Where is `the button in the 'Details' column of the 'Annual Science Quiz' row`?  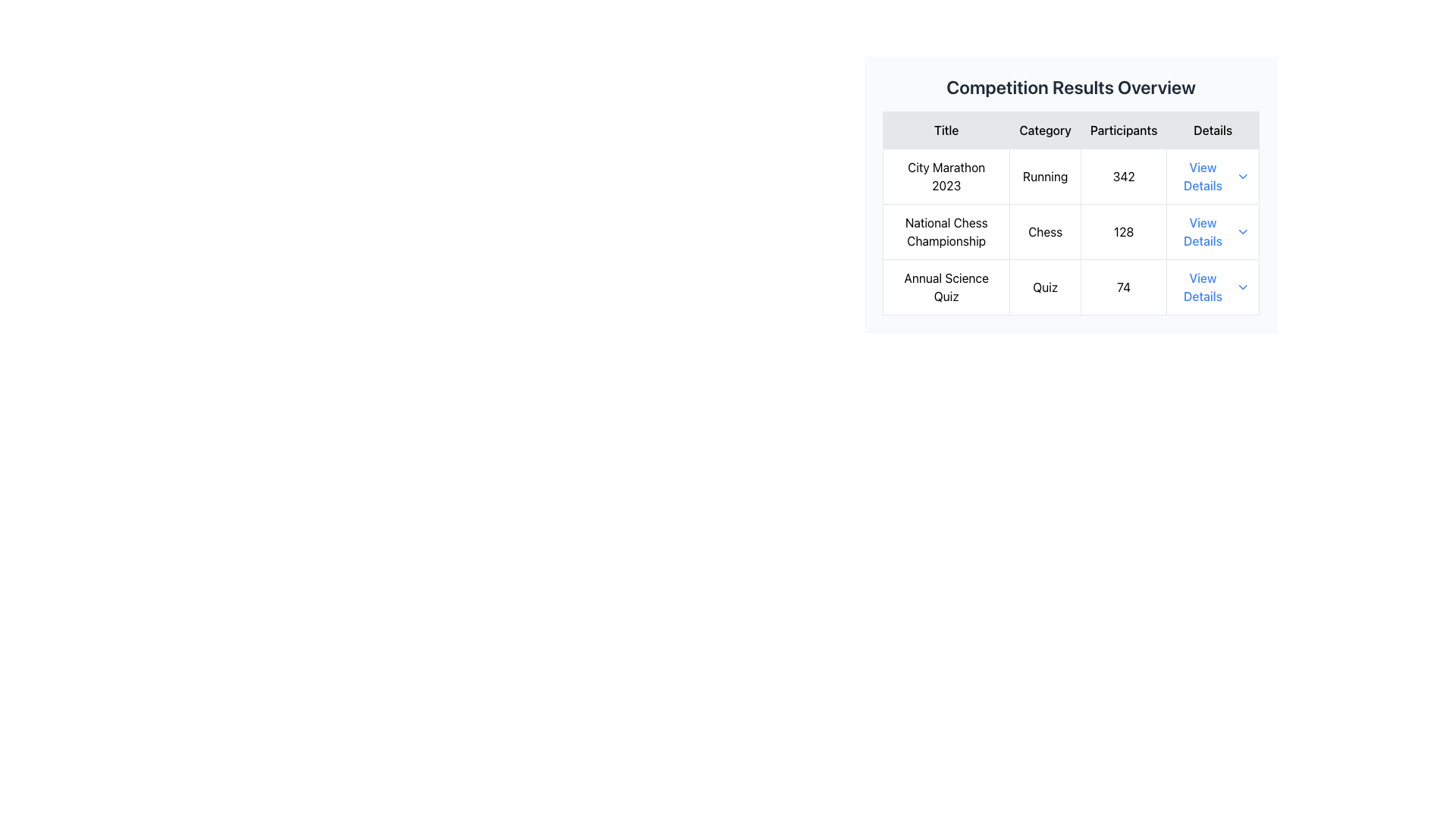 the button in the 'Details' column of the 'Annual Science Quiz' row is located at coordinates (1212, 287).